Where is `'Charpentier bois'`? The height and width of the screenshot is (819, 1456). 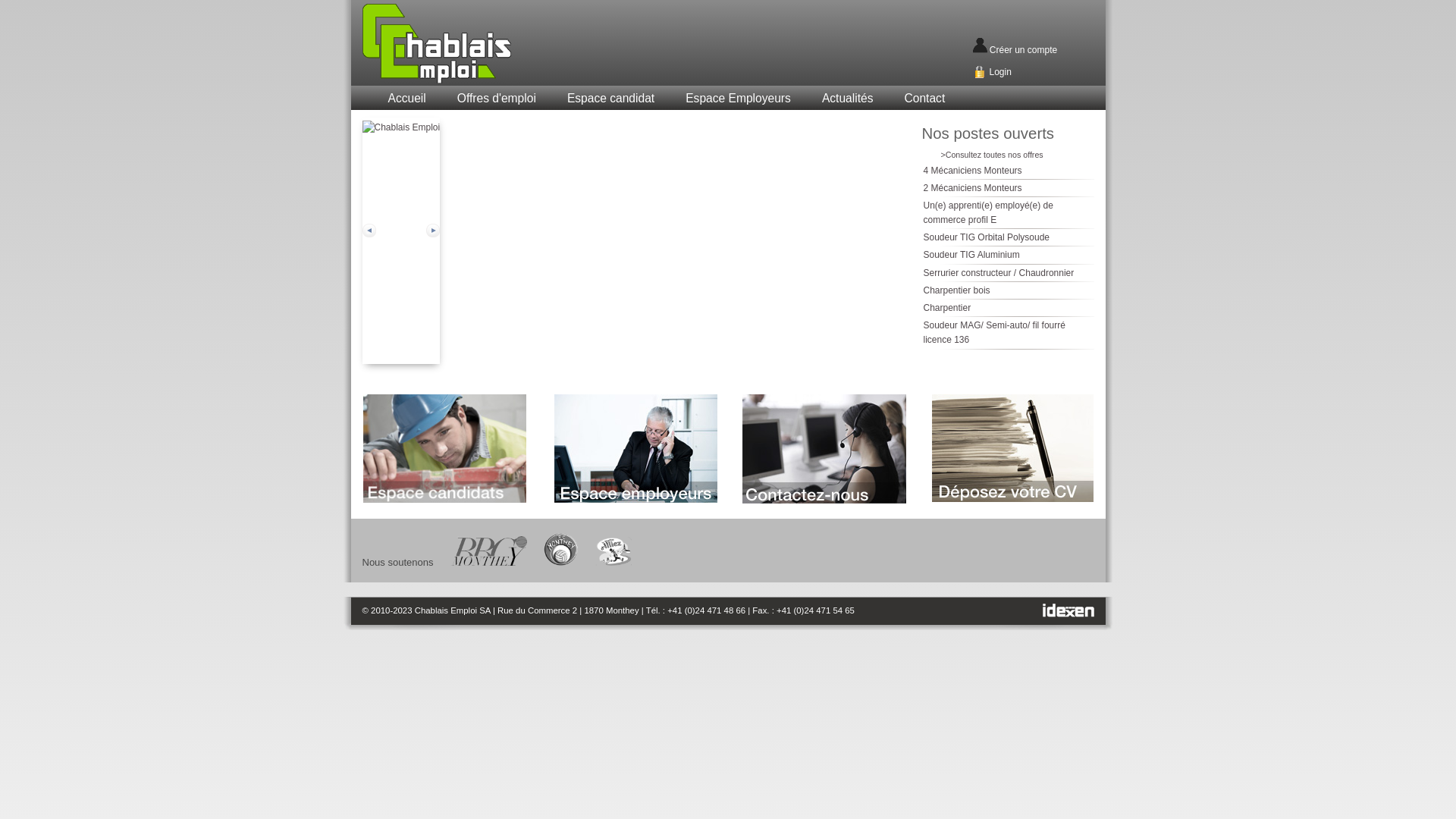 'Charpentier bois' is located at coordinates (956, 290).